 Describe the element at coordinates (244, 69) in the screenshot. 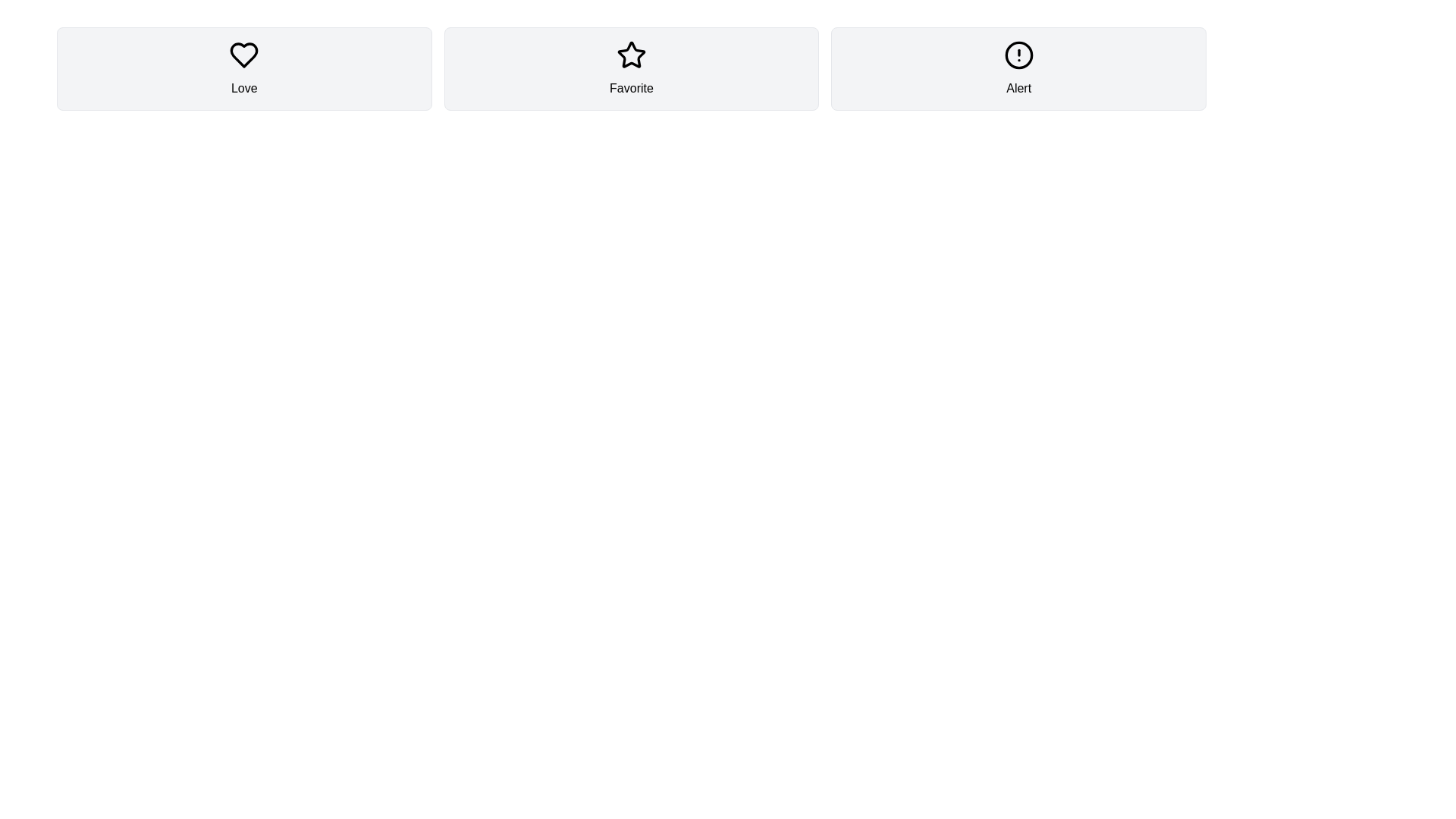

I see `the first card in the horizontally arranged grid, which has a light gray background, a black heart icon at the top center, and the word 'Love' in bold black text below the icon` at that location.